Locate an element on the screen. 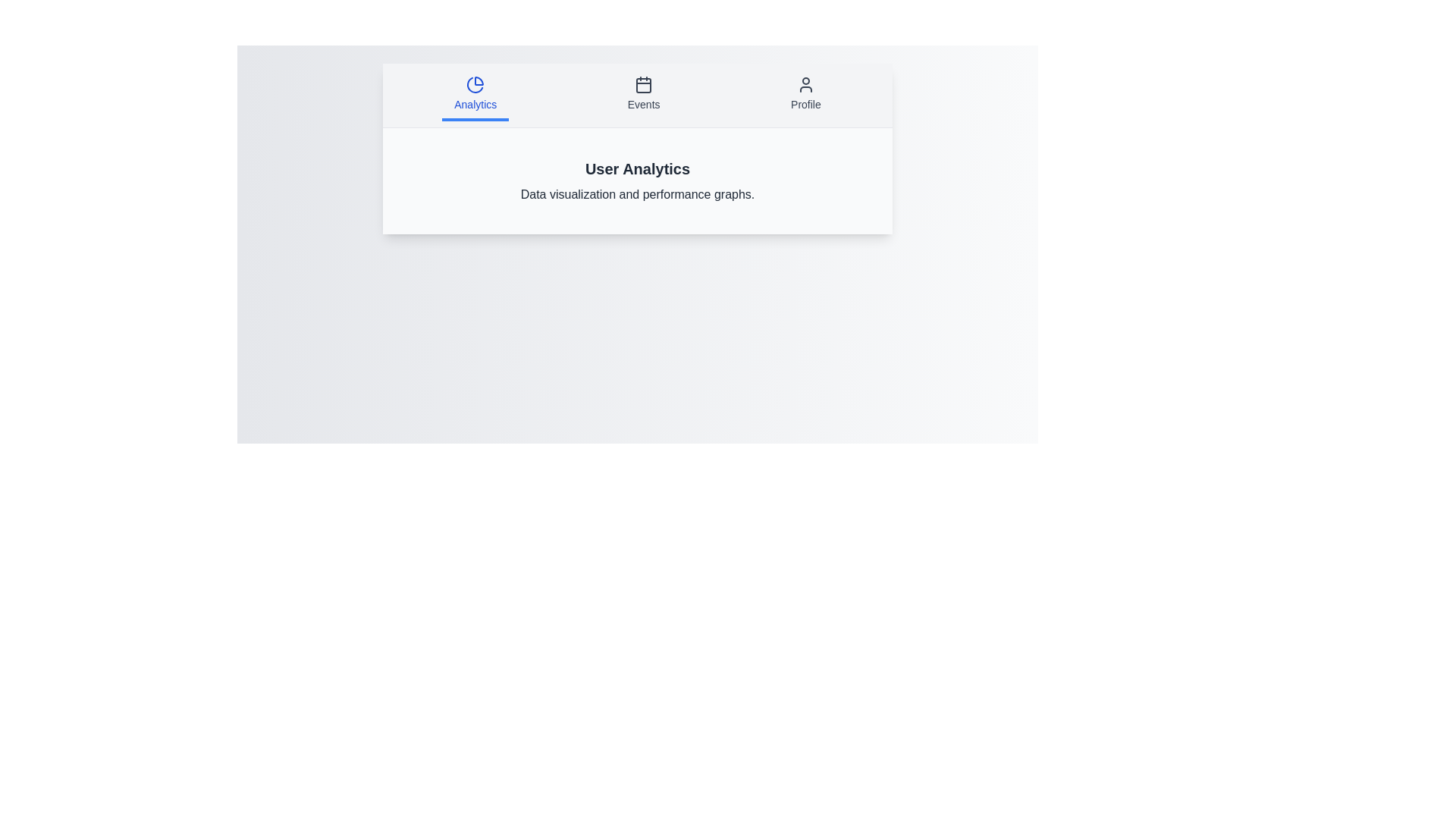  the Profile tab by clicking on its button is located at coordinates (805, 96).